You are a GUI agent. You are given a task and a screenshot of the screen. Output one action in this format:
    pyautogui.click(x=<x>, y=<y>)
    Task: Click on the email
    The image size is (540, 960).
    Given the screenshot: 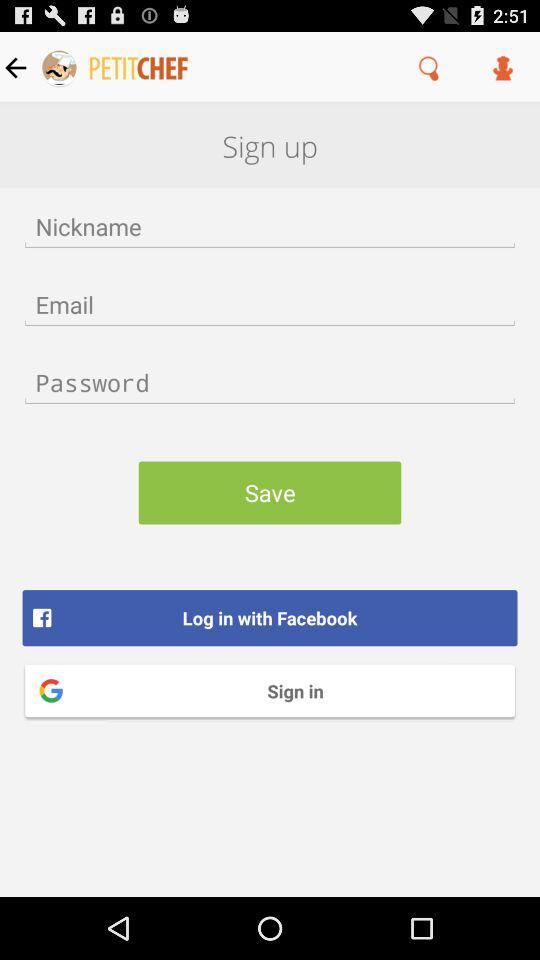 What is the action you would take?
    pyautogui.click(x=270, y=304)
    